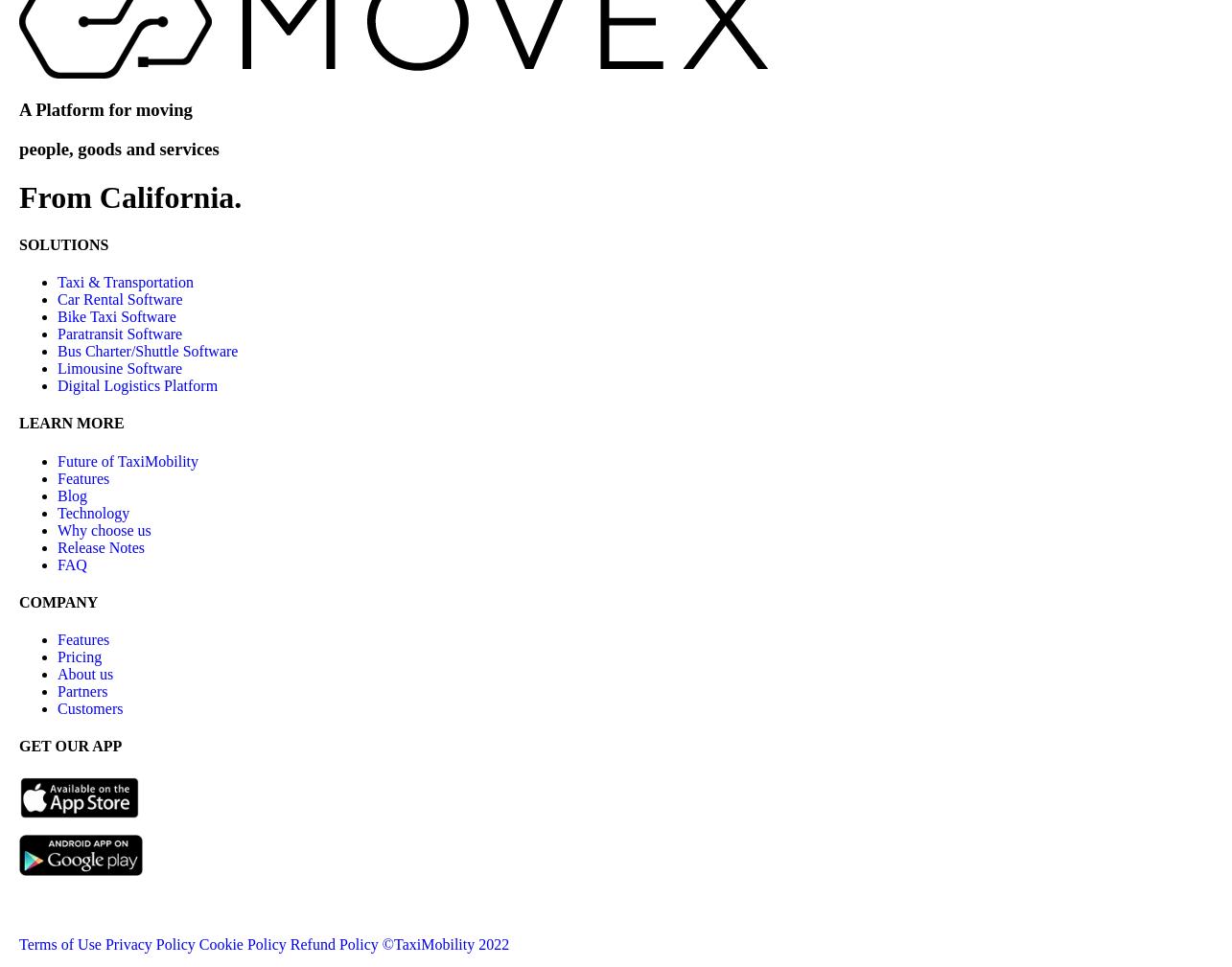  What do you see at coordinates (120, 367) in the screenshot?
I see `'Limousine Software'` at bounding box center [120, 367].